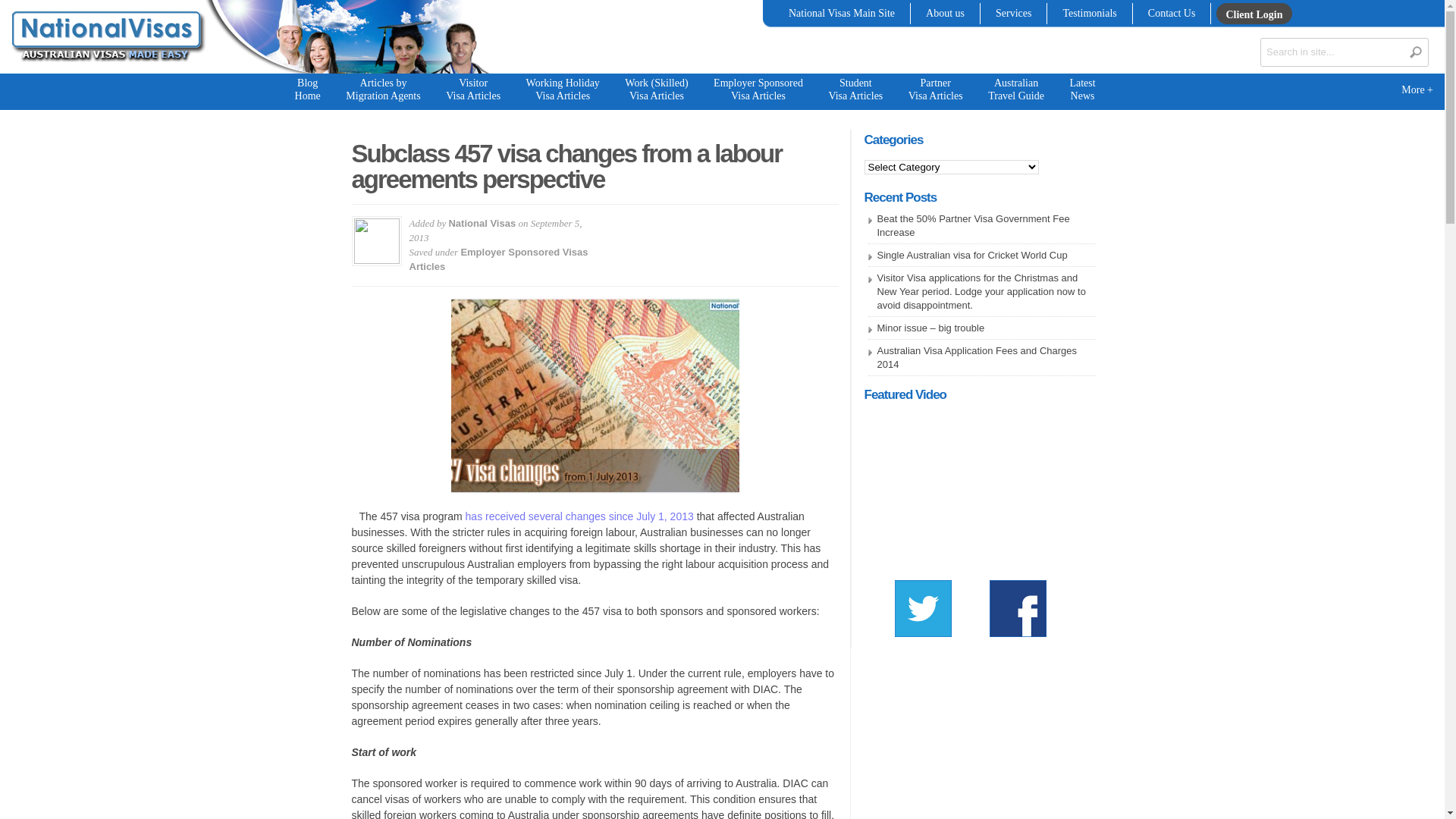  What do you see at coordinates (1416, 90) in the screenshot?
I see `'More +'` at bounding box center [1416, 90].